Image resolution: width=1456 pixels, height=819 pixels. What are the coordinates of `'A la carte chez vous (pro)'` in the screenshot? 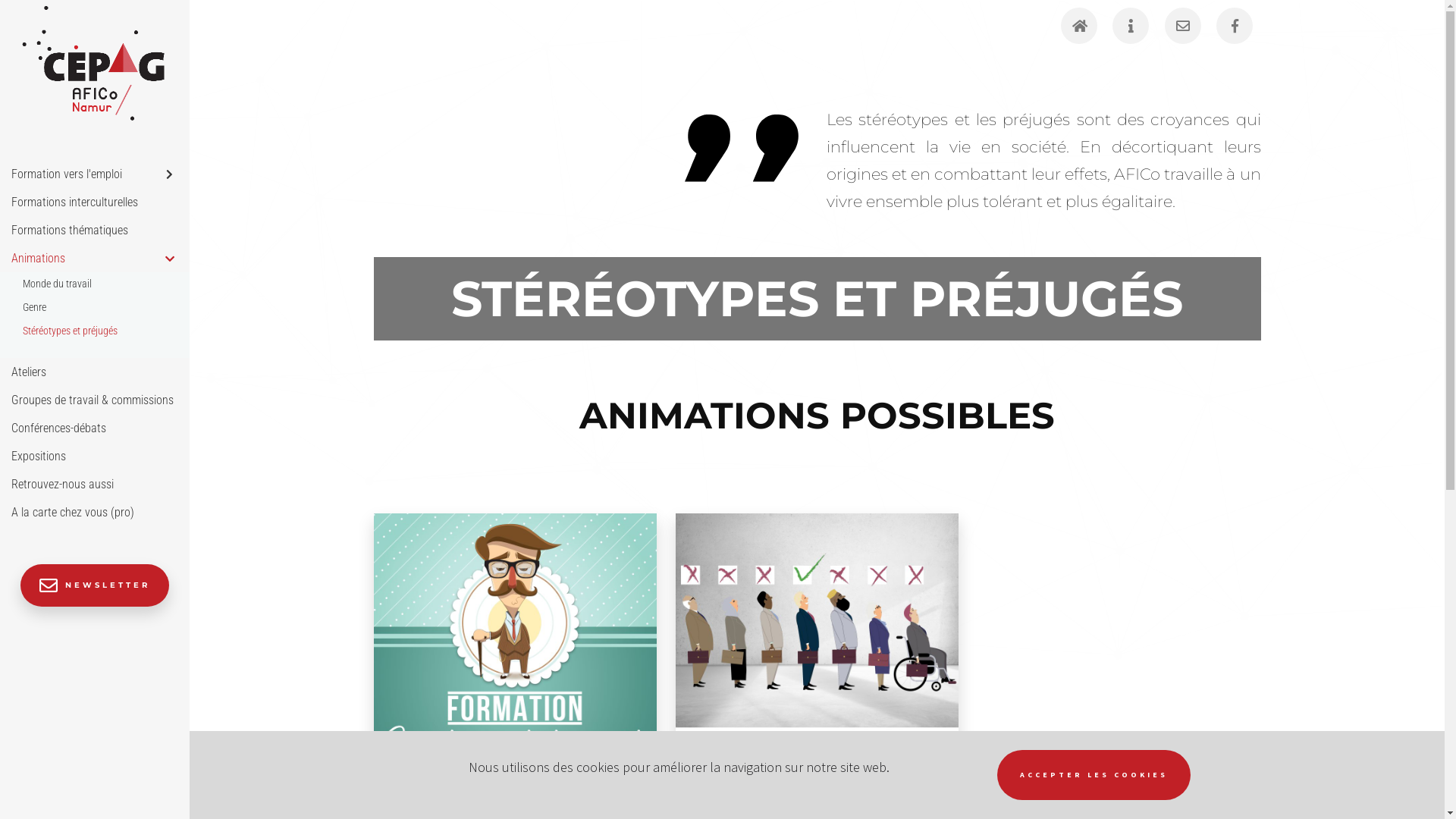 It's located at (93, 511).